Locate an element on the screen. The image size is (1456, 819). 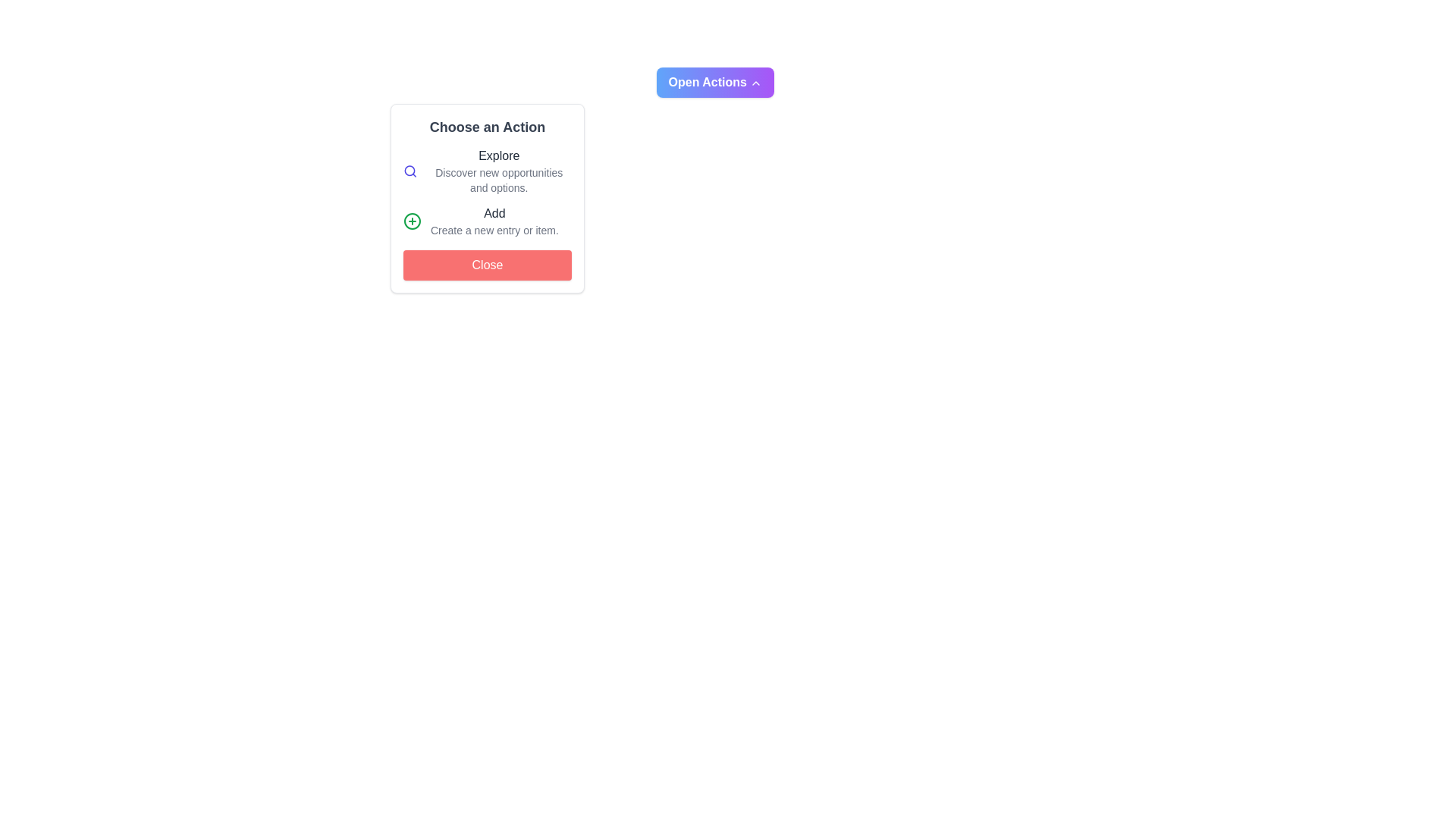
the informative text block with an icon located in the modal dialog labeled 'Choose an Action', centered below the 'Explore' section is located at coordinates (488, 221).